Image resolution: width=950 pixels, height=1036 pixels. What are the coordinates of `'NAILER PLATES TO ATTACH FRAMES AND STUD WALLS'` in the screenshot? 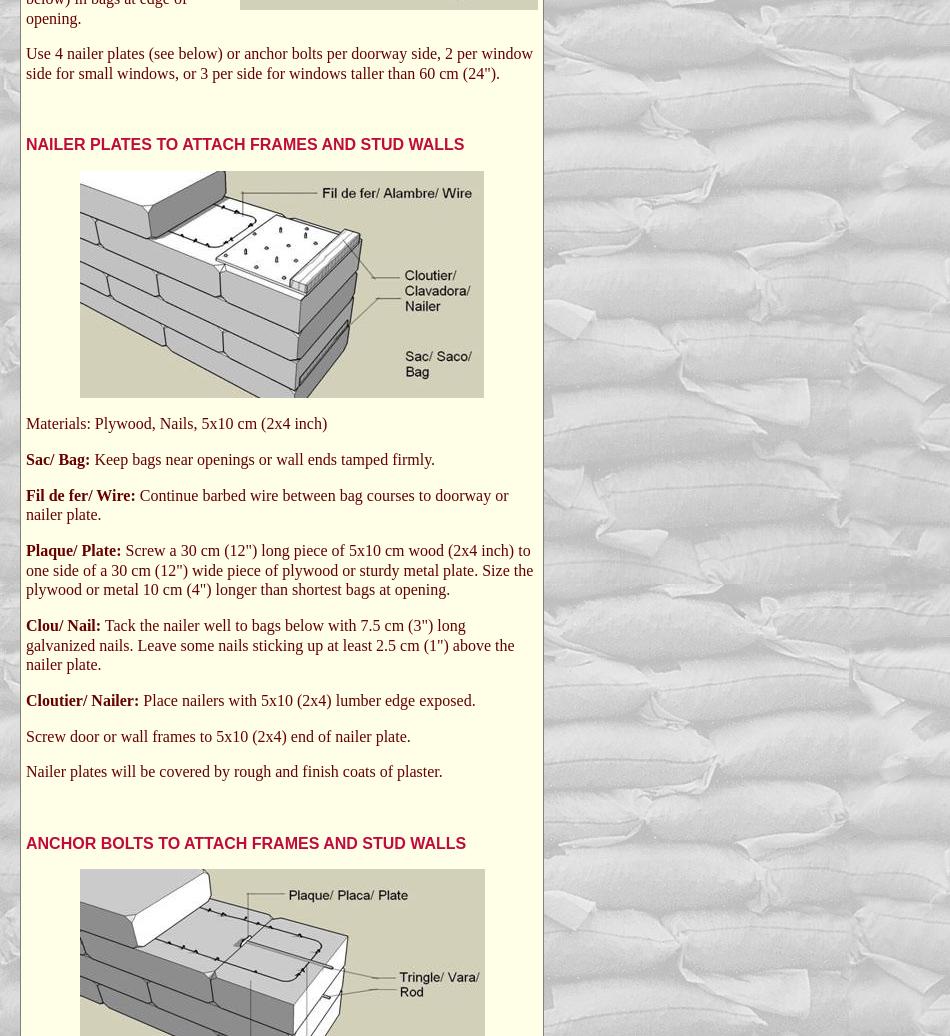 It's located at (244, 144).